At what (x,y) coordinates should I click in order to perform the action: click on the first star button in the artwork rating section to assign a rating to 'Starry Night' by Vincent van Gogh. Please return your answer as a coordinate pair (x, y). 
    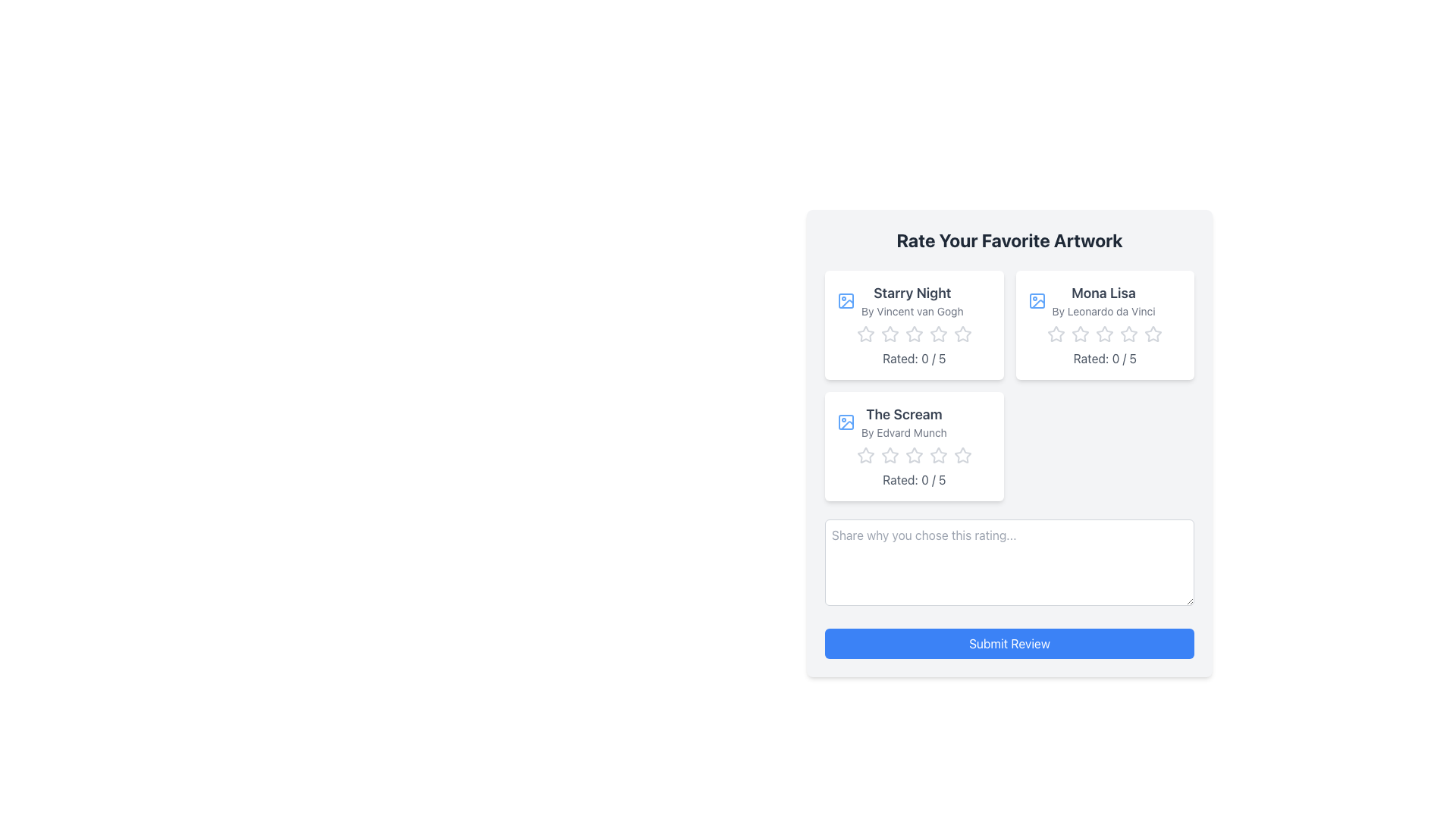
    Looking at the image, I should click on (865, 333).